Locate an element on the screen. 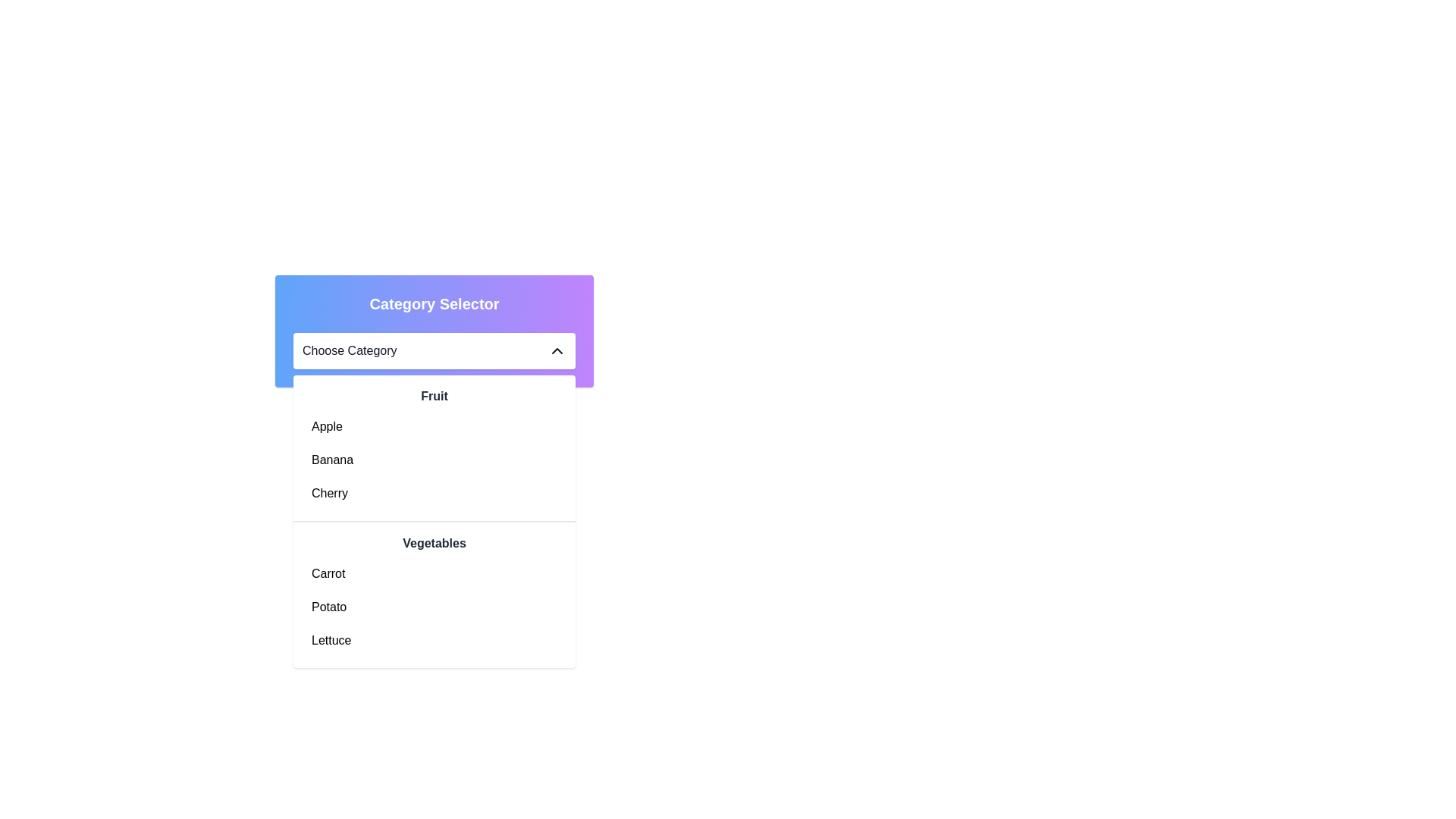  the 'Choose Category' text label in the dropdown menu header, which is styled with a standard sans-serif font and is dark in color is located at coordinates (349, 350).